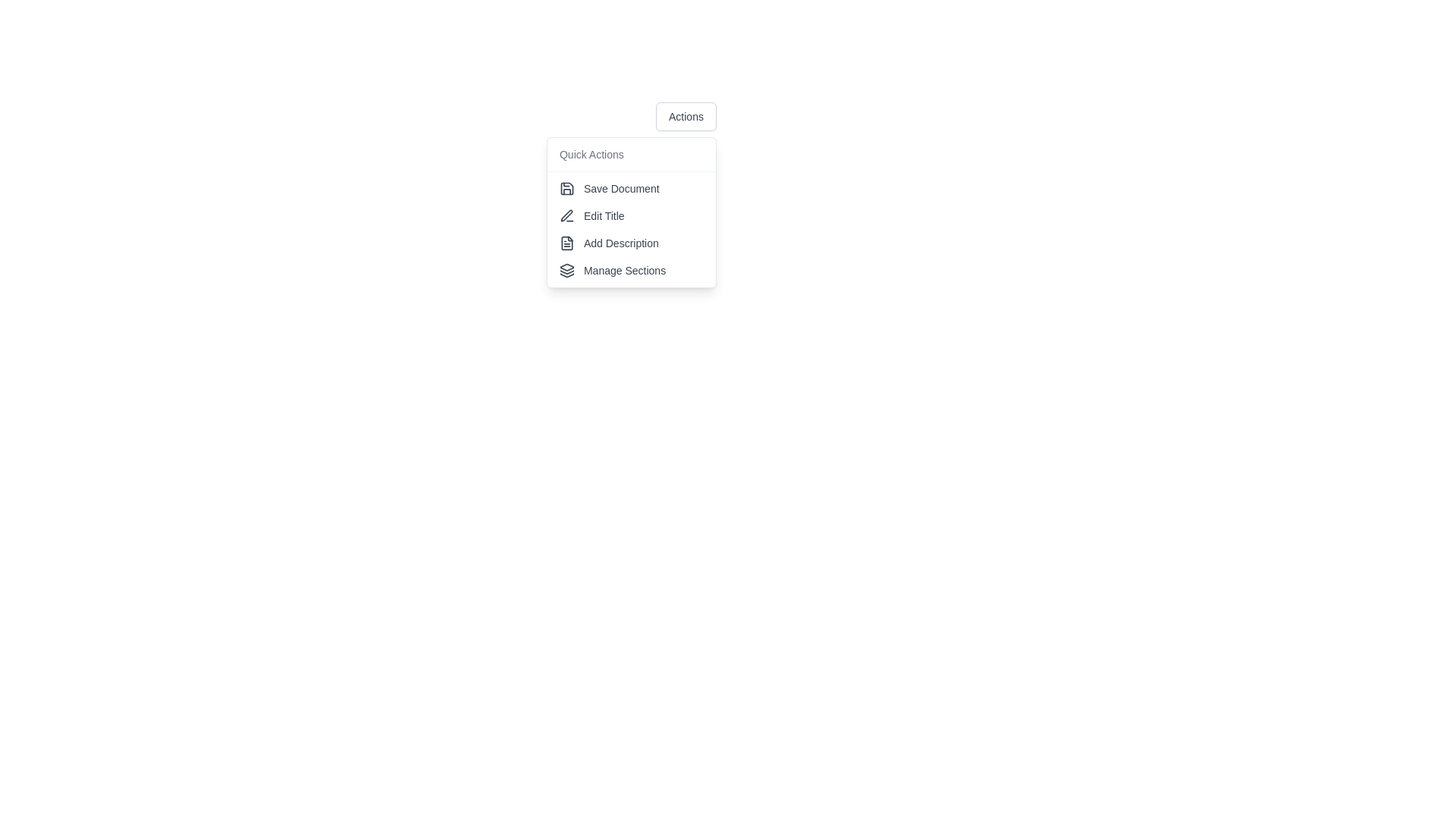 The image size is (1456, 819). I want to click on the 'Manage Sections' button located as the fourth item in the 'Quick Actions' dropdown menu, so click(631, 270).